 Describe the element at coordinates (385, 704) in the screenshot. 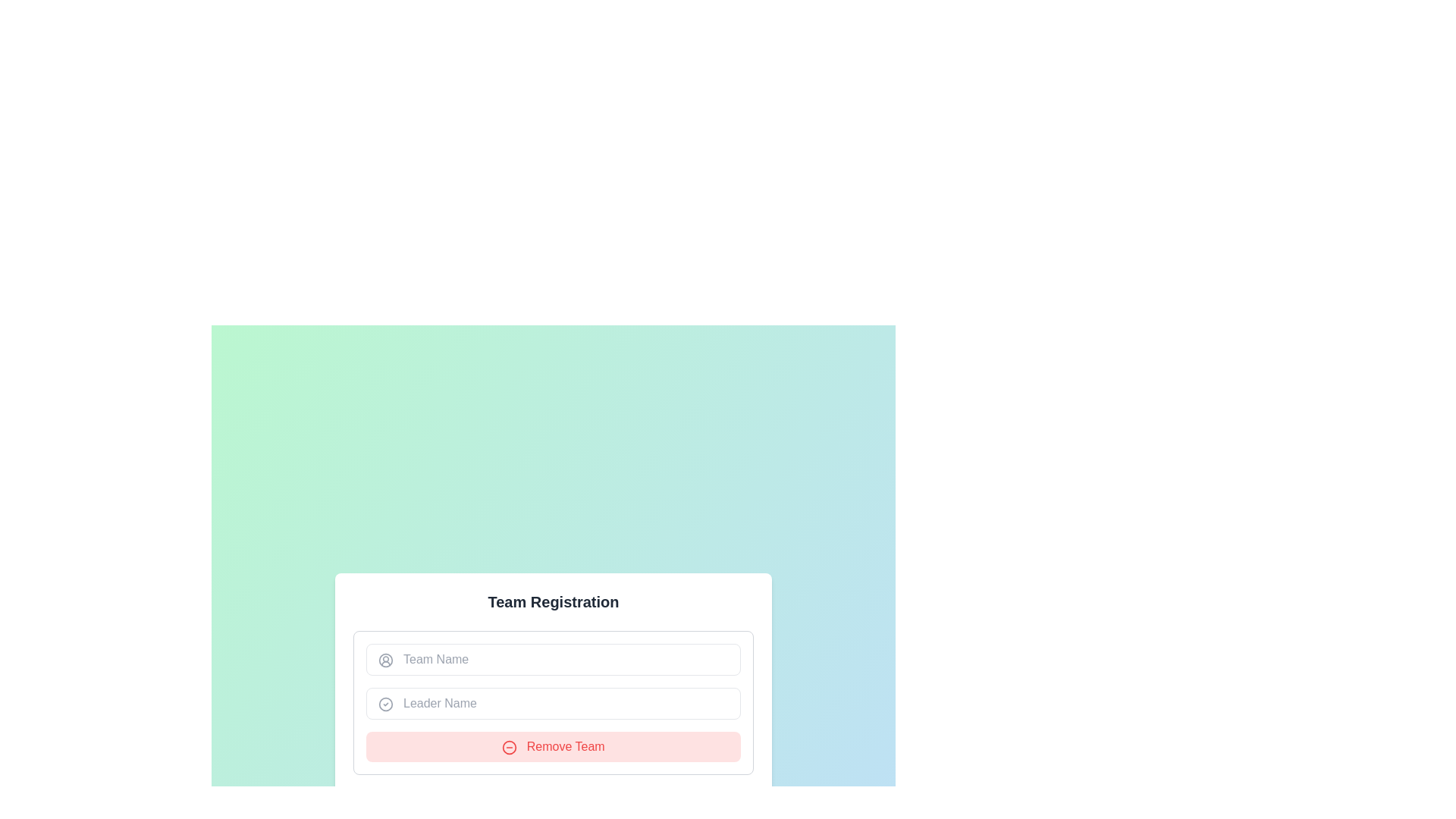

I see `the icon representing a circle with a checkmark inside it, located to the left of the 'Leader Name' placeholder text in the second text input field of the 'Team Registration' UI section` at that location.